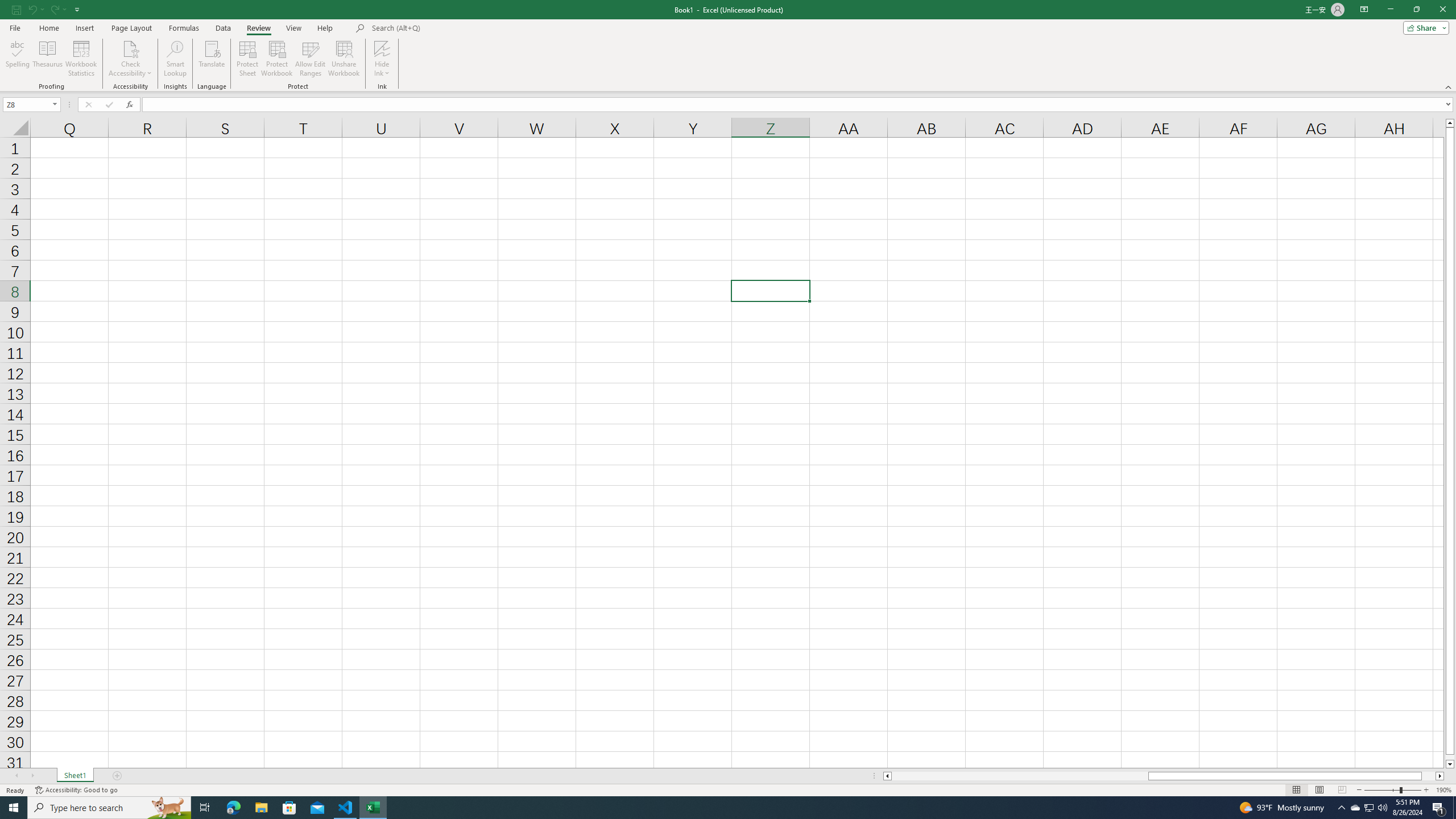 This screenshot has width=1456, height=819. What do you see at coordinates (276, 59) in the screenshot?
I see `'Protect Workbook...'` at bounding box center [276, 59].